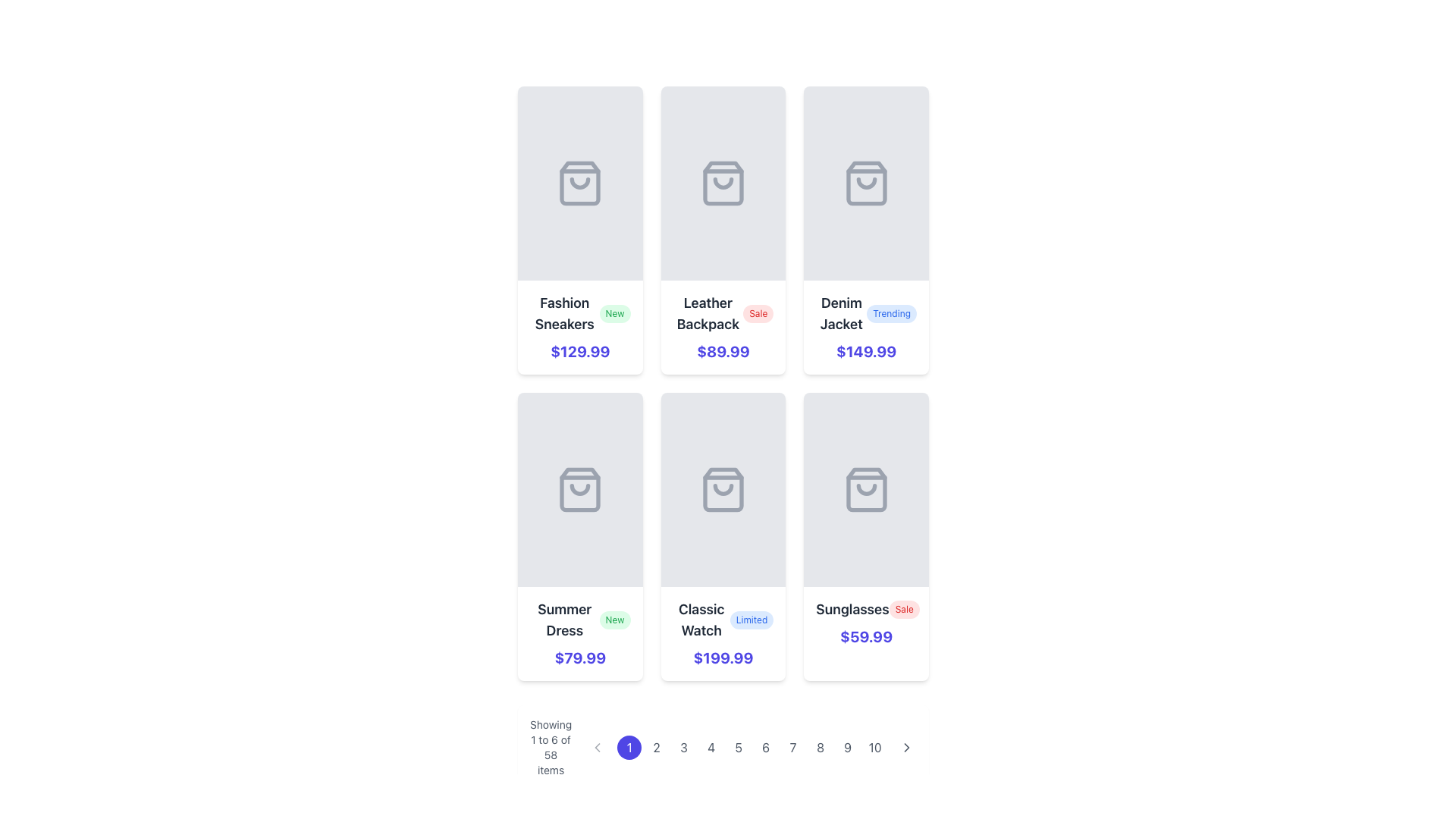 The height and width of the screenshot is (819, 1456). I want to click on the circular button icon located in the bottom section of the interface, so click(597, 747).